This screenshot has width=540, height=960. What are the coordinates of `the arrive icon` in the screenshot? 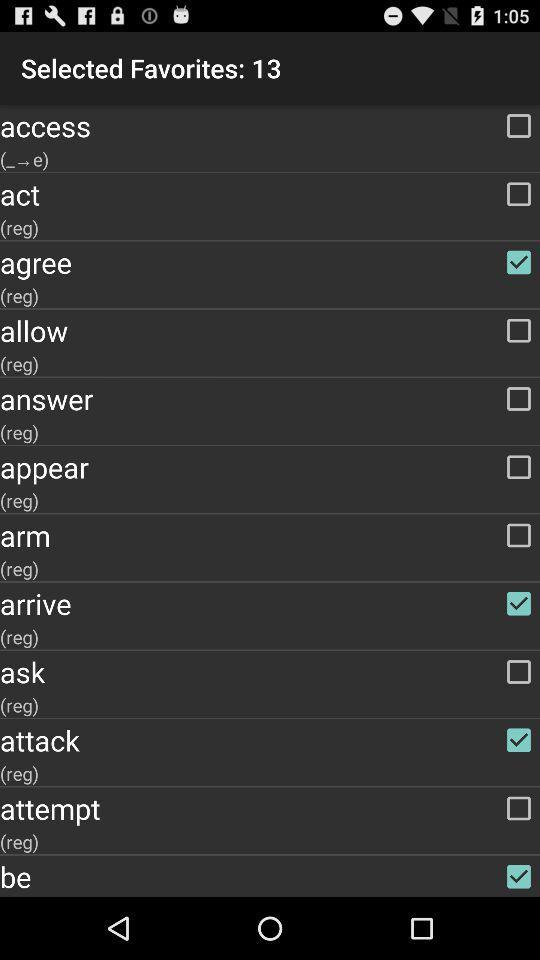 It's located at (270, 602).